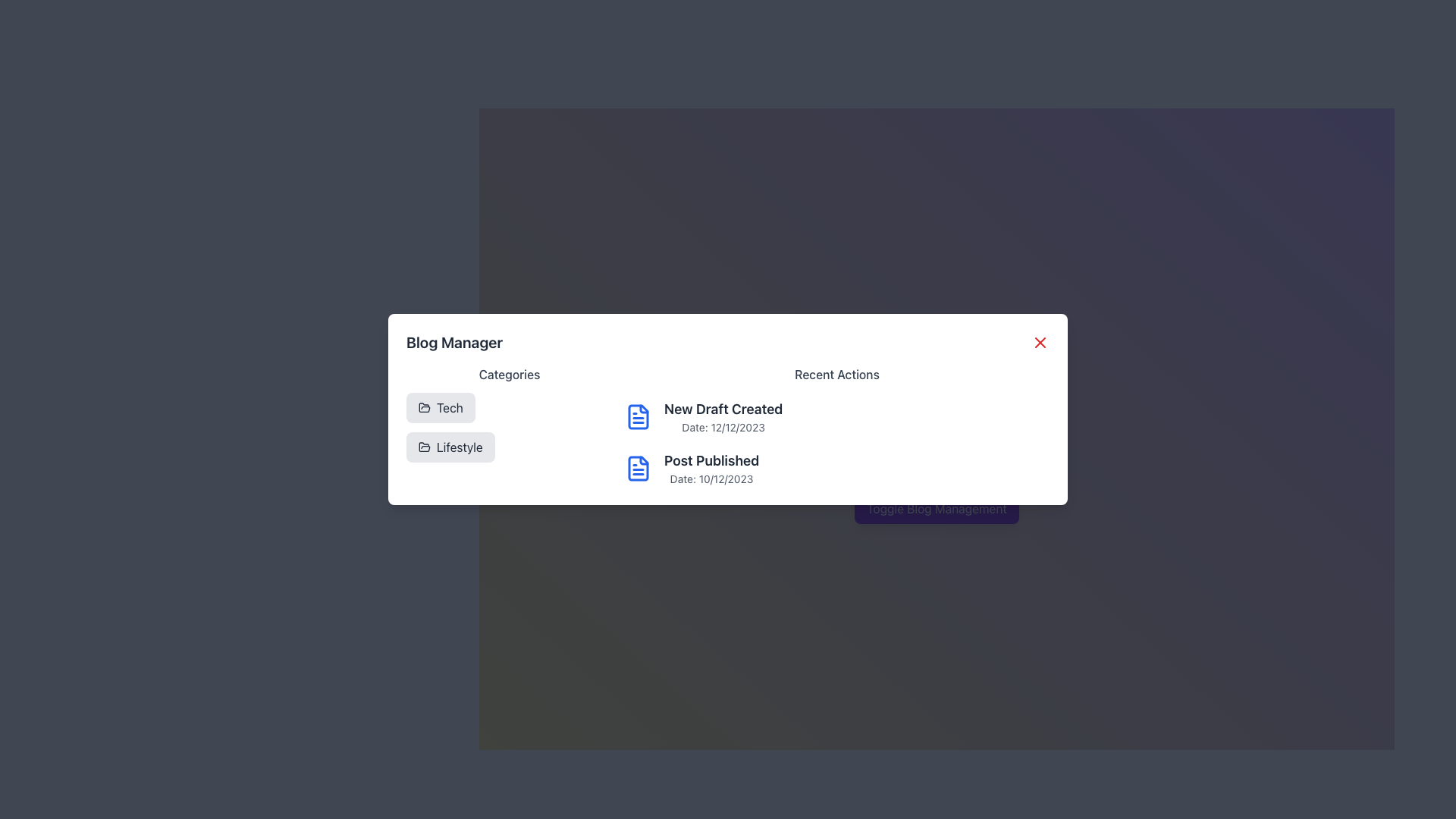 This screenshot has height=819, width=1456. What do you see at coordinates (723, 427) in the screenshot?
I see `the text label displaying the date 'Date: 12/12/2023', which is styled in a small, light gray font and located below the title 'New Draft Created' in the 'Recent Actions' section` at bounding box center [723, 427].